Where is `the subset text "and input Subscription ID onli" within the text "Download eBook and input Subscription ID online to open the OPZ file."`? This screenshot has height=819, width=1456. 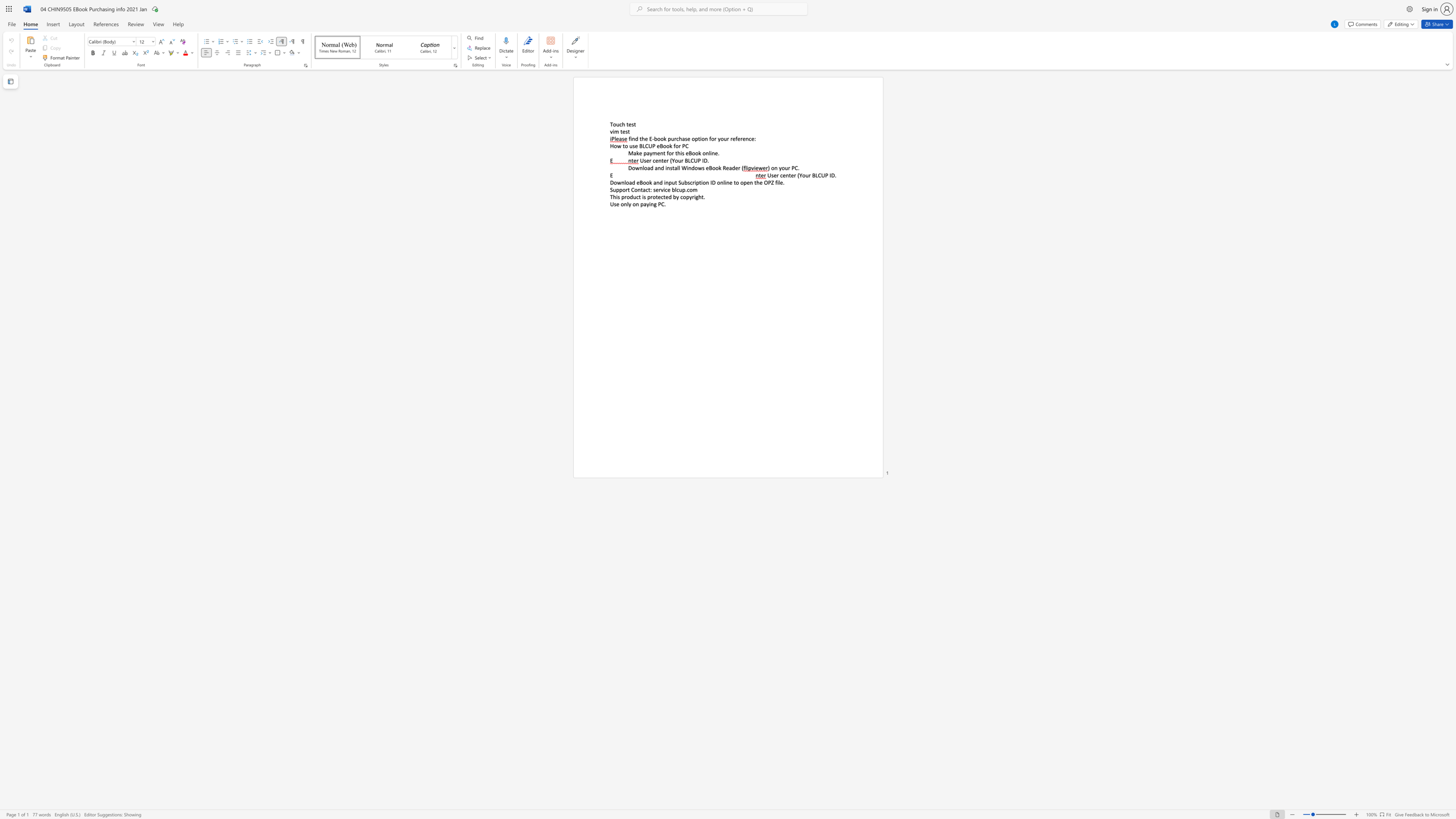 the subset text "and input Subscription ID onli" within the text "Download eBook and input Subscription ID online to open the OPZ file." is located at coordinates (653, 181).